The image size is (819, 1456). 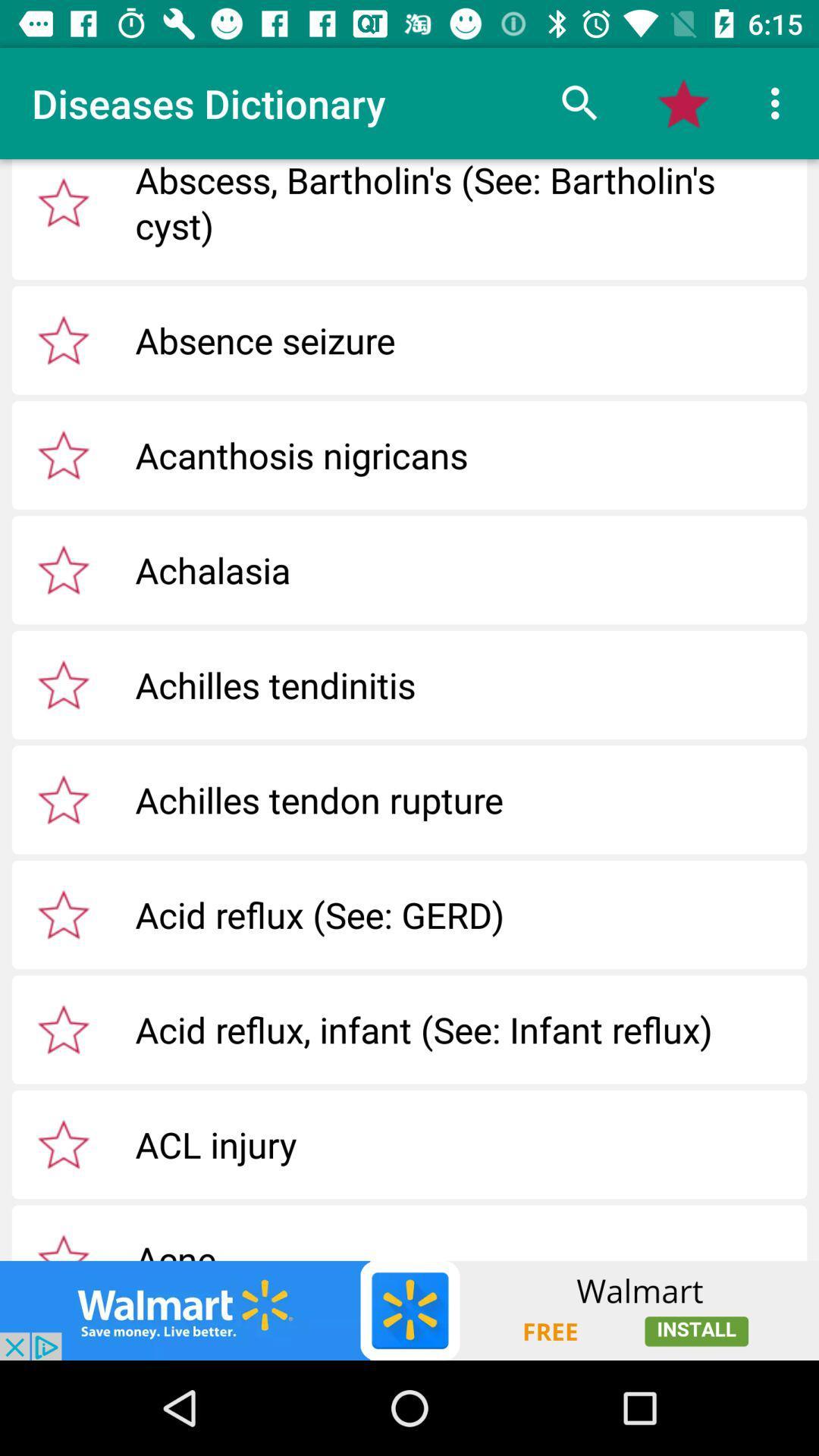 What do you see at coordinates (63, 1029) in the screenshot?
I see `acid reflux` at bounding box center [63, 1029].